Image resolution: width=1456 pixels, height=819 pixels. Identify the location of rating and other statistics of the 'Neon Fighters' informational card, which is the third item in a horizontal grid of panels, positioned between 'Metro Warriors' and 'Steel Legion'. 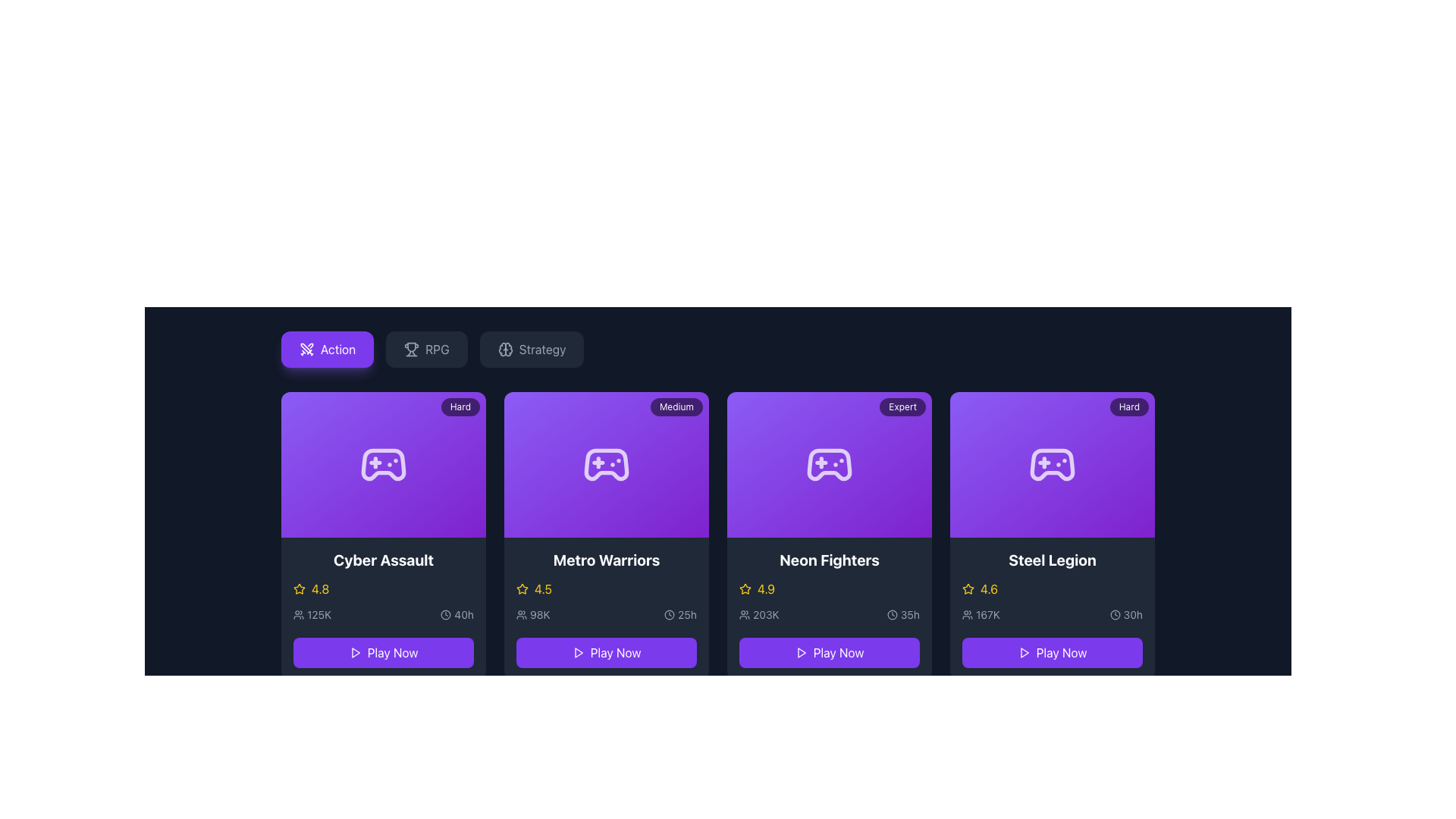
(829, 607).